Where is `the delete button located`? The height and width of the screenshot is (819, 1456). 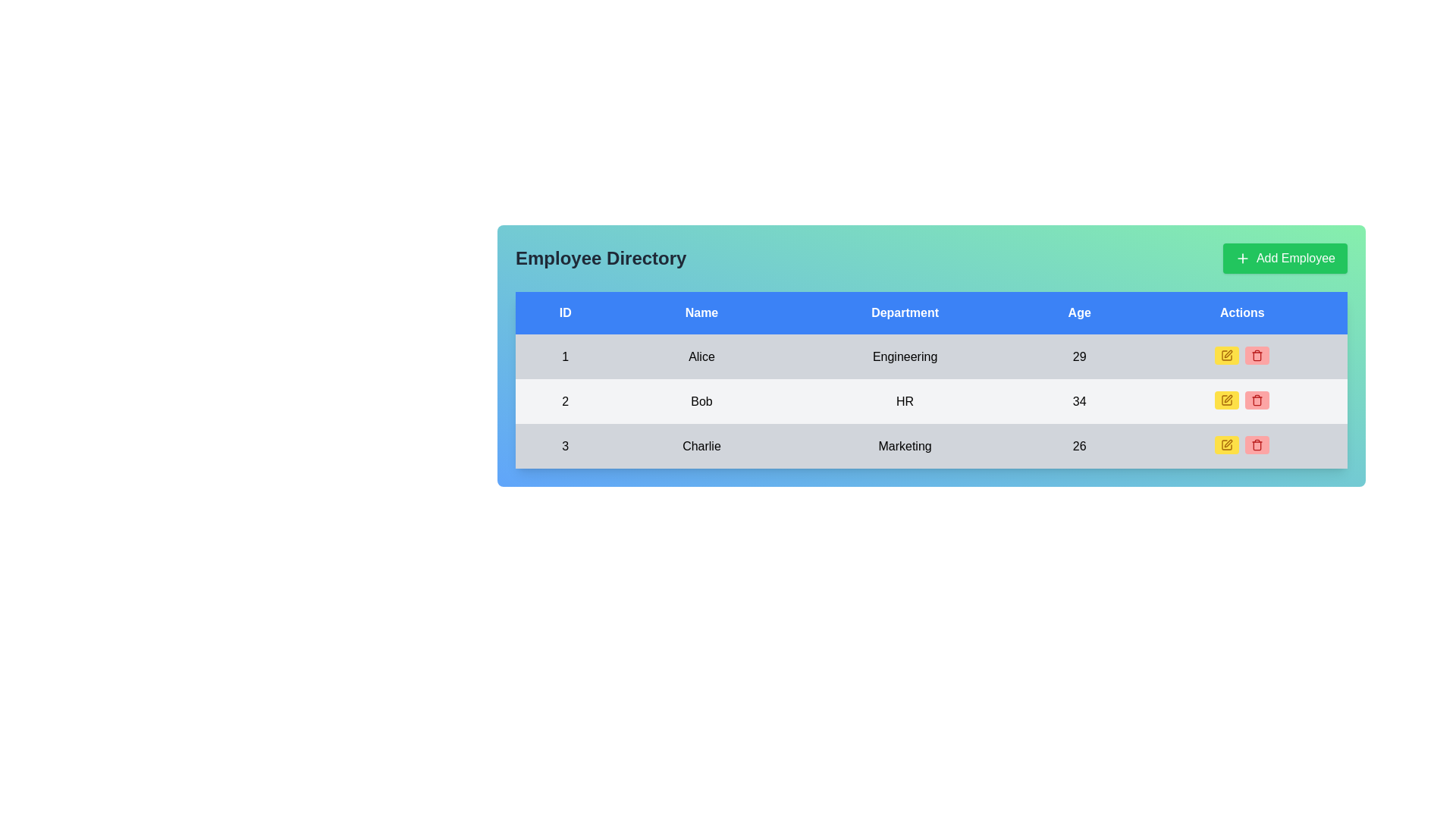 the delete button located is located at coordinates (1257, 444).